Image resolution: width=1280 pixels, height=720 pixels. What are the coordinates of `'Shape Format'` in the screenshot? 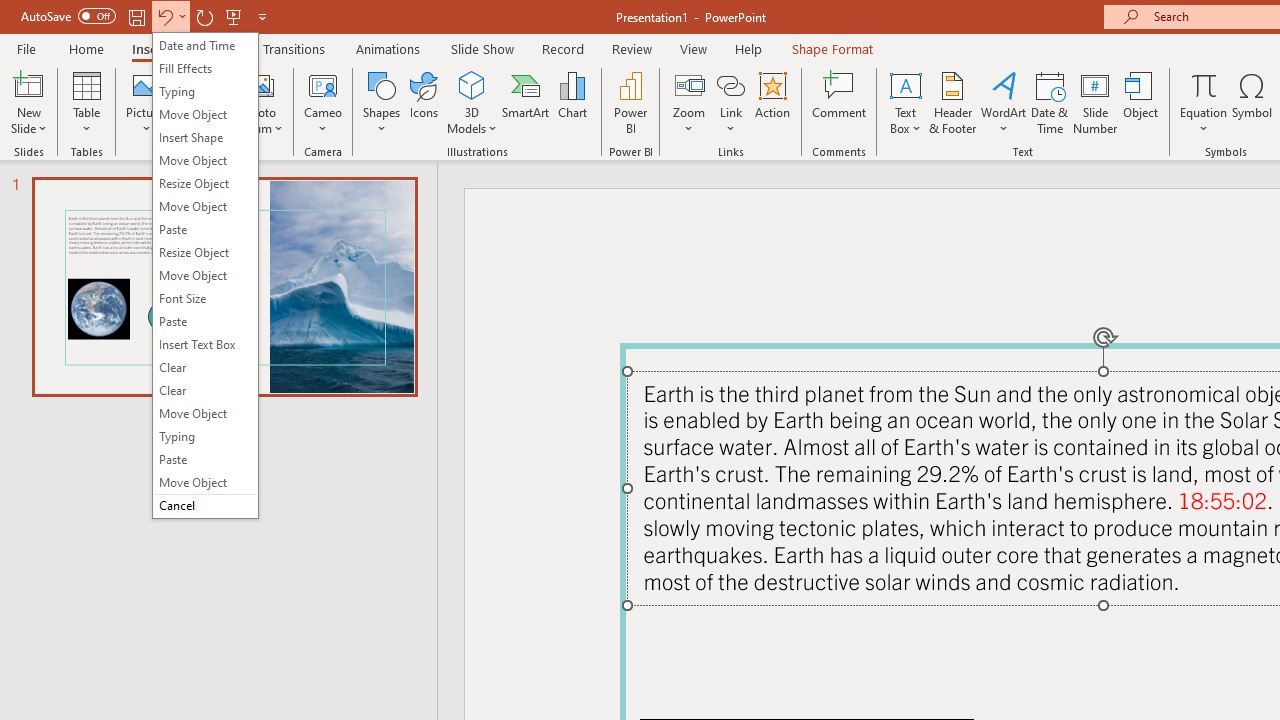 It's located at (832, 48).